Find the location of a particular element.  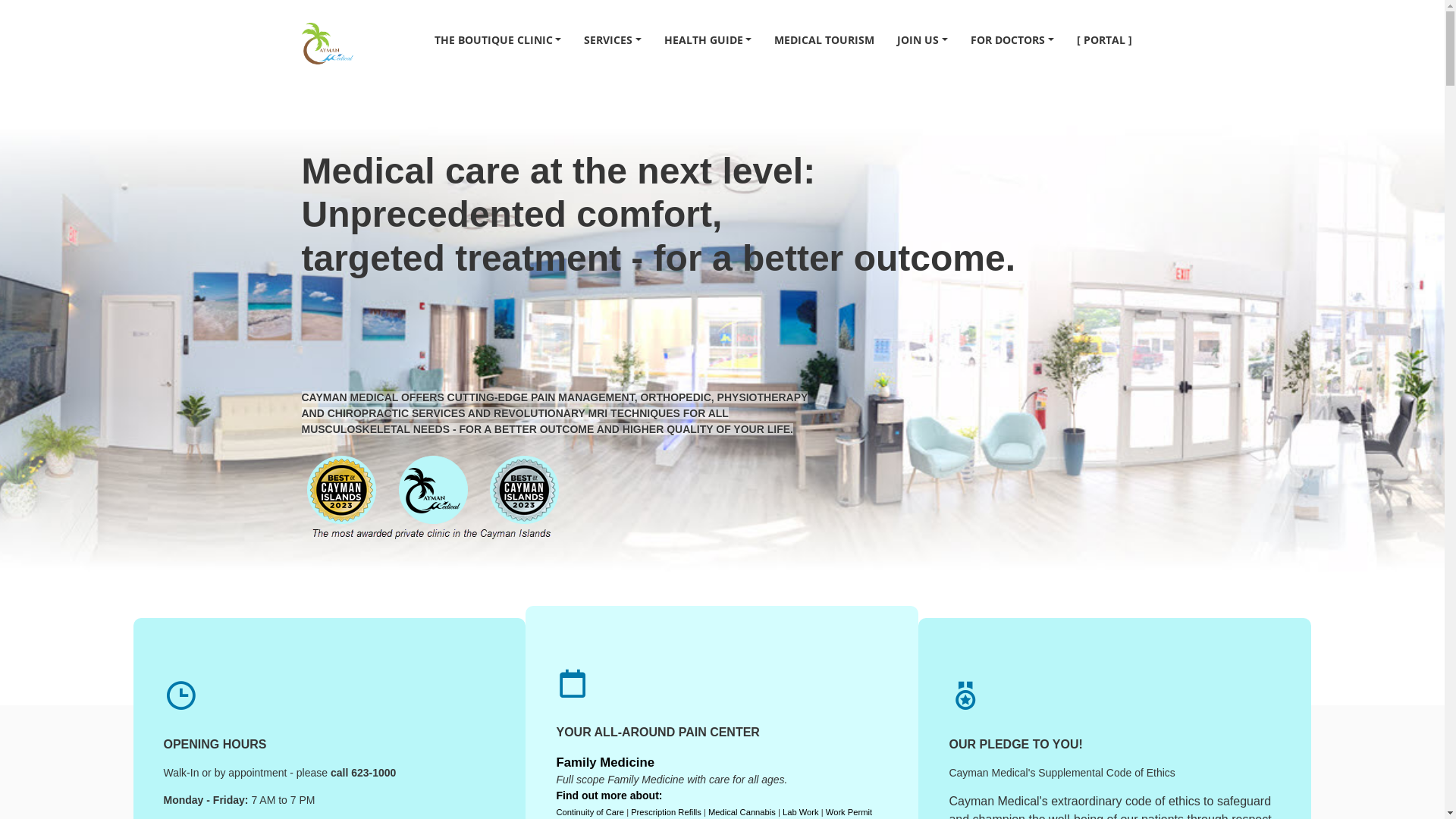

'[ PORTAL ]' is located at coordinates (1103, 39).